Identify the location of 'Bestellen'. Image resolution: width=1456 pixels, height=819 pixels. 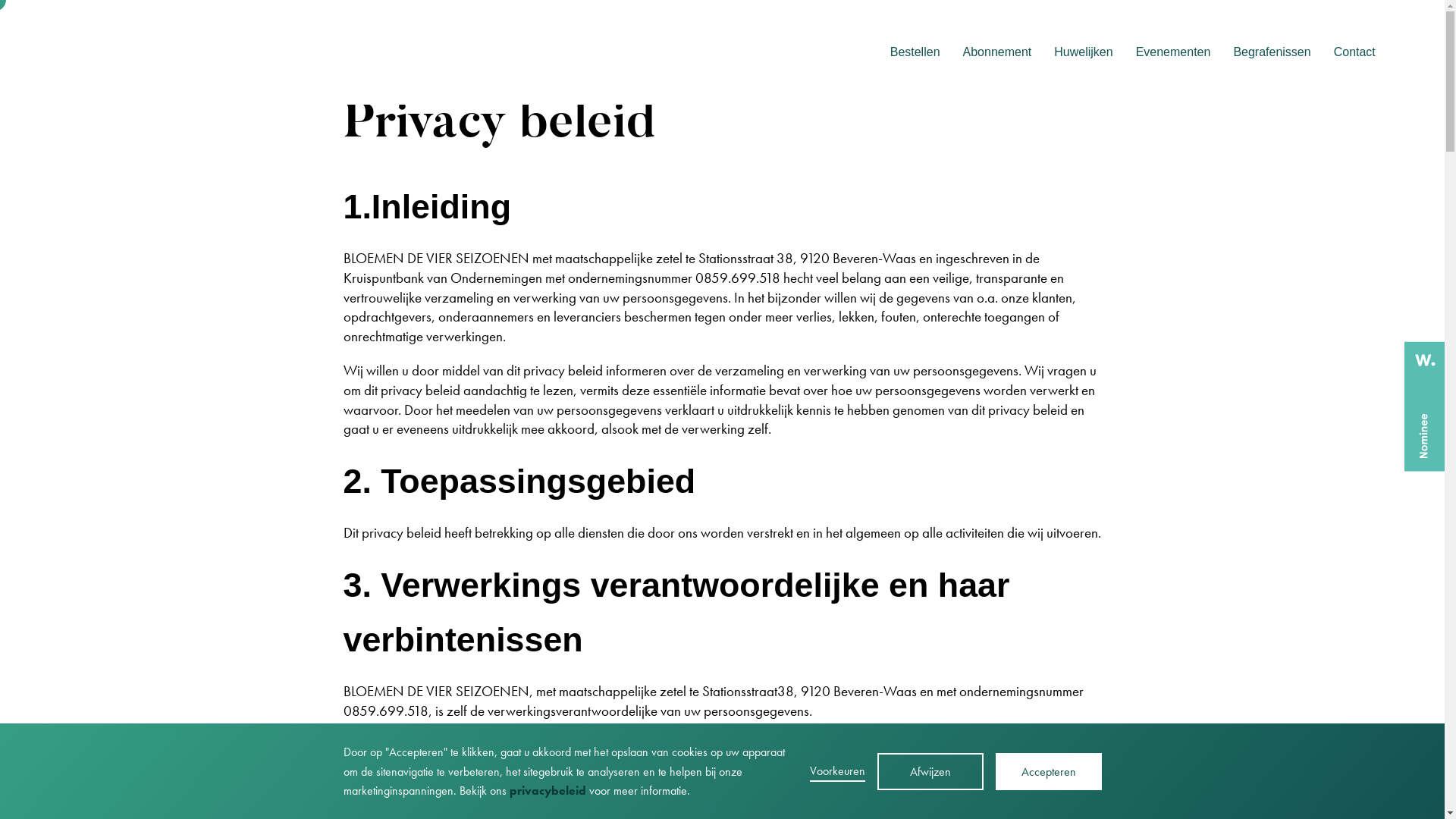
(890, 52).